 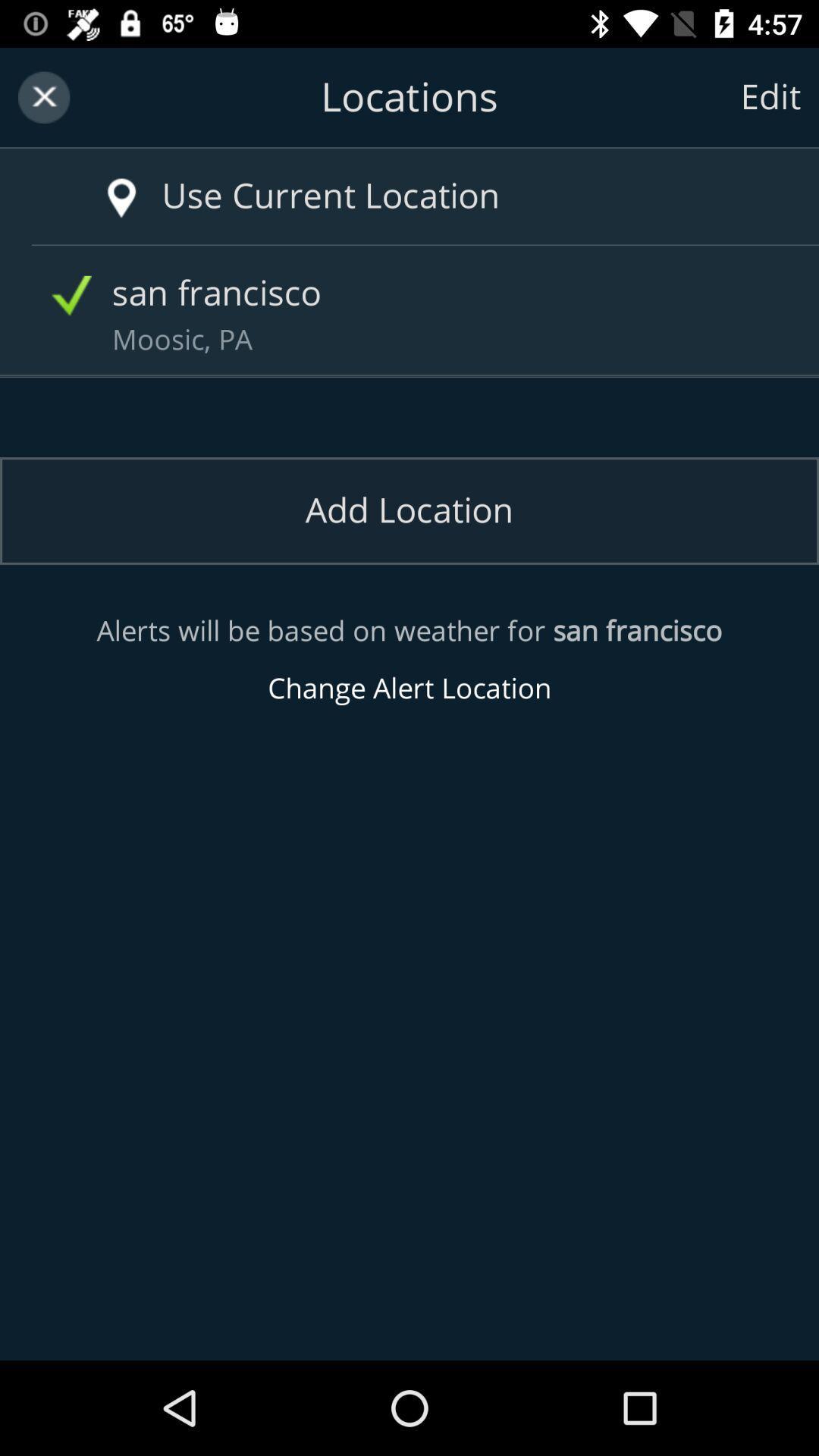 What do you see at coordinates (770, 96) in the screenshot?
I see `edit item` at bounding box center [770, 96].